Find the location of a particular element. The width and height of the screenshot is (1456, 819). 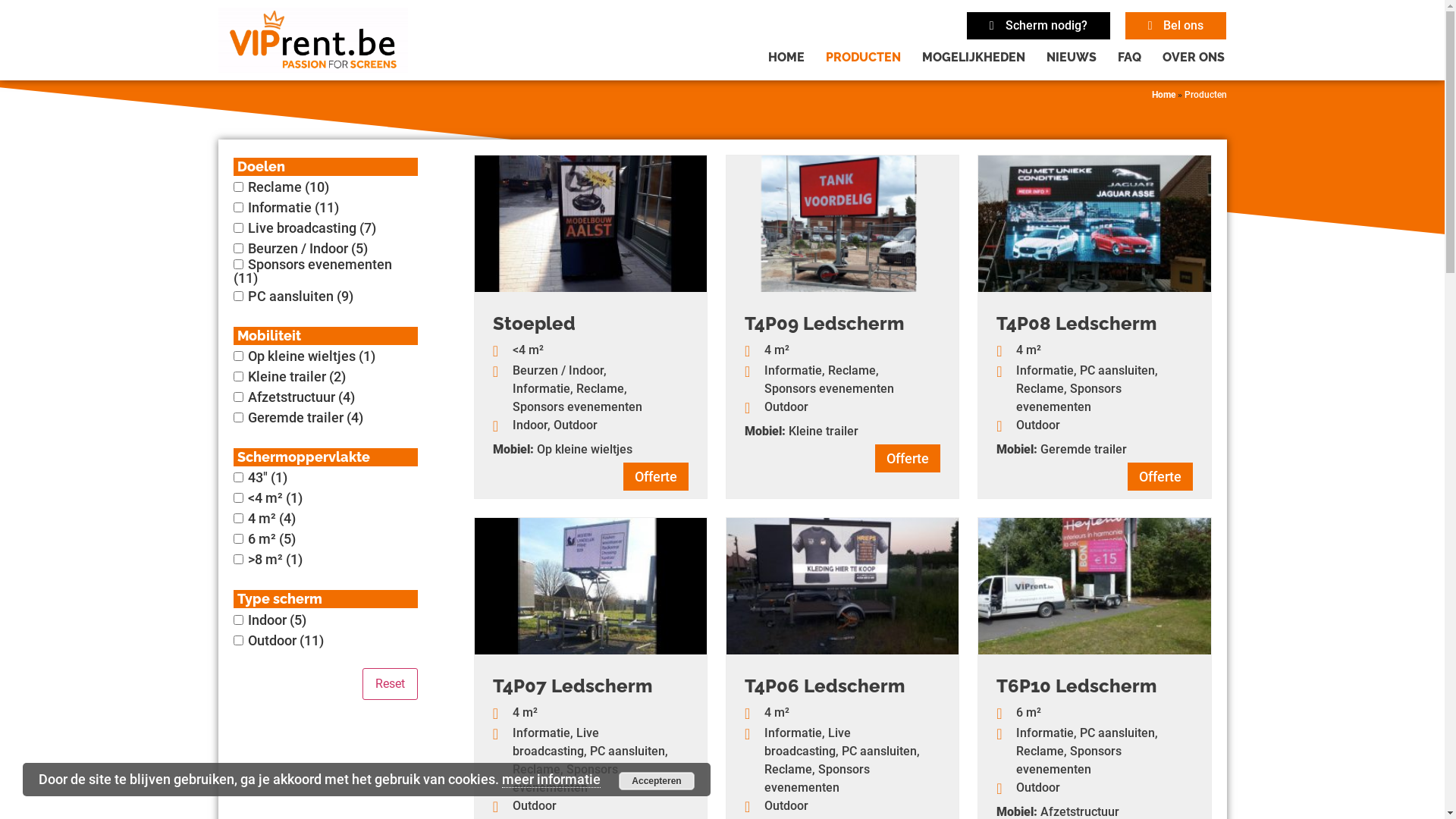

'NIEUWS' is located at coordinates (1043, 57).